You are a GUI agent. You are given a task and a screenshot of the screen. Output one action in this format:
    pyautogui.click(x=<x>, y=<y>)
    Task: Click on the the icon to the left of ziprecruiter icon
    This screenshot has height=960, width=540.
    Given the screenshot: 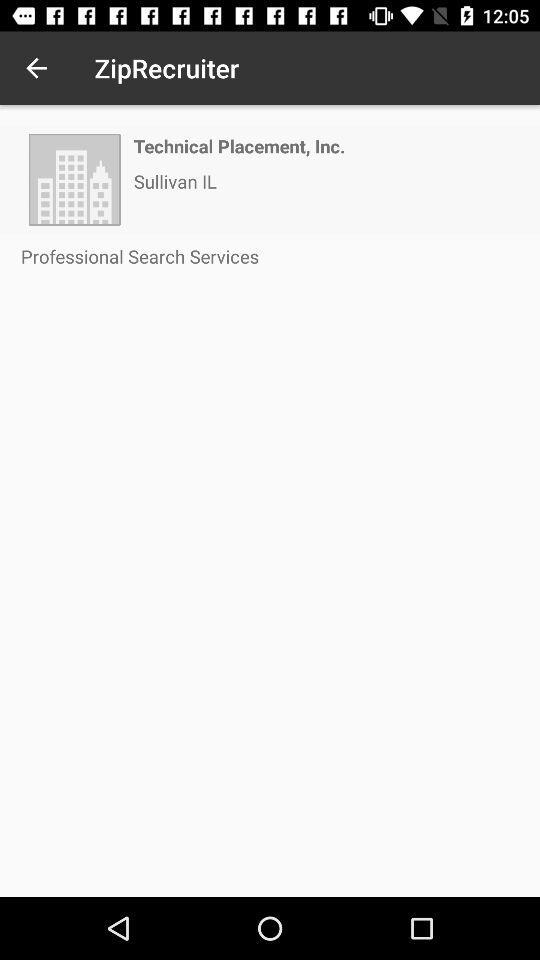 What is the action you would take?
    pyautogui.click(x=36, y=68)
    